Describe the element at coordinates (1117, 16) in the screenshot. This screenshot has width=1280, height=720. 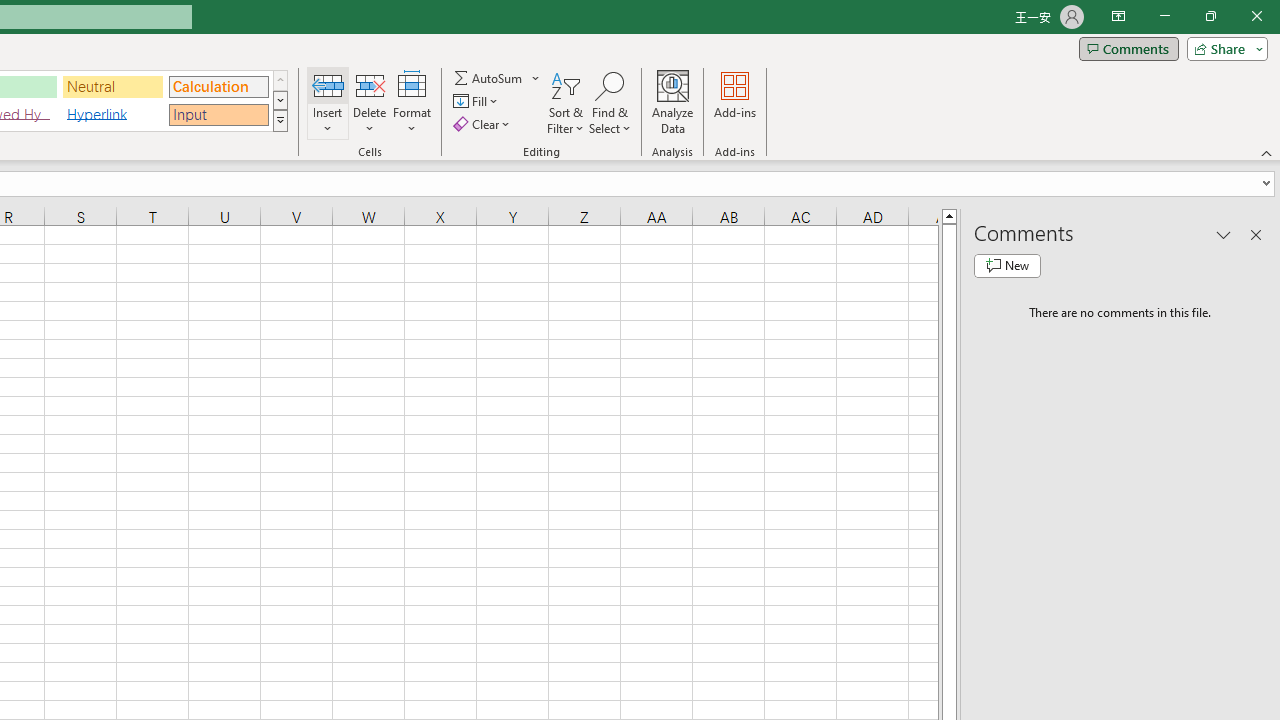
I see `'Ribbon Display Options'` at that location.